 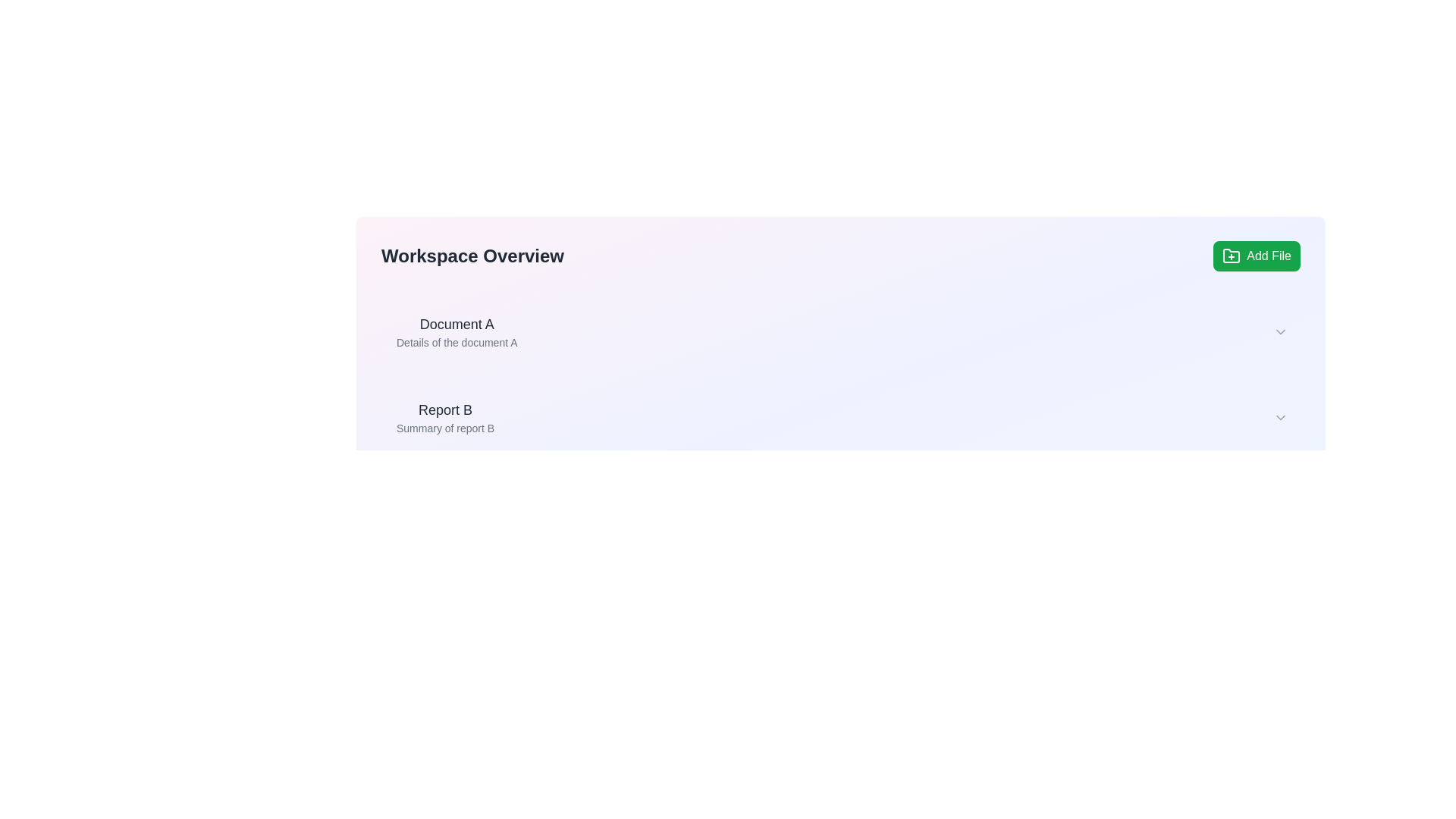 What do you see at coordinates (444, 418) in the screenshot?
I see `the text display element titled 'Report B'` at bounding box center [444, 418].